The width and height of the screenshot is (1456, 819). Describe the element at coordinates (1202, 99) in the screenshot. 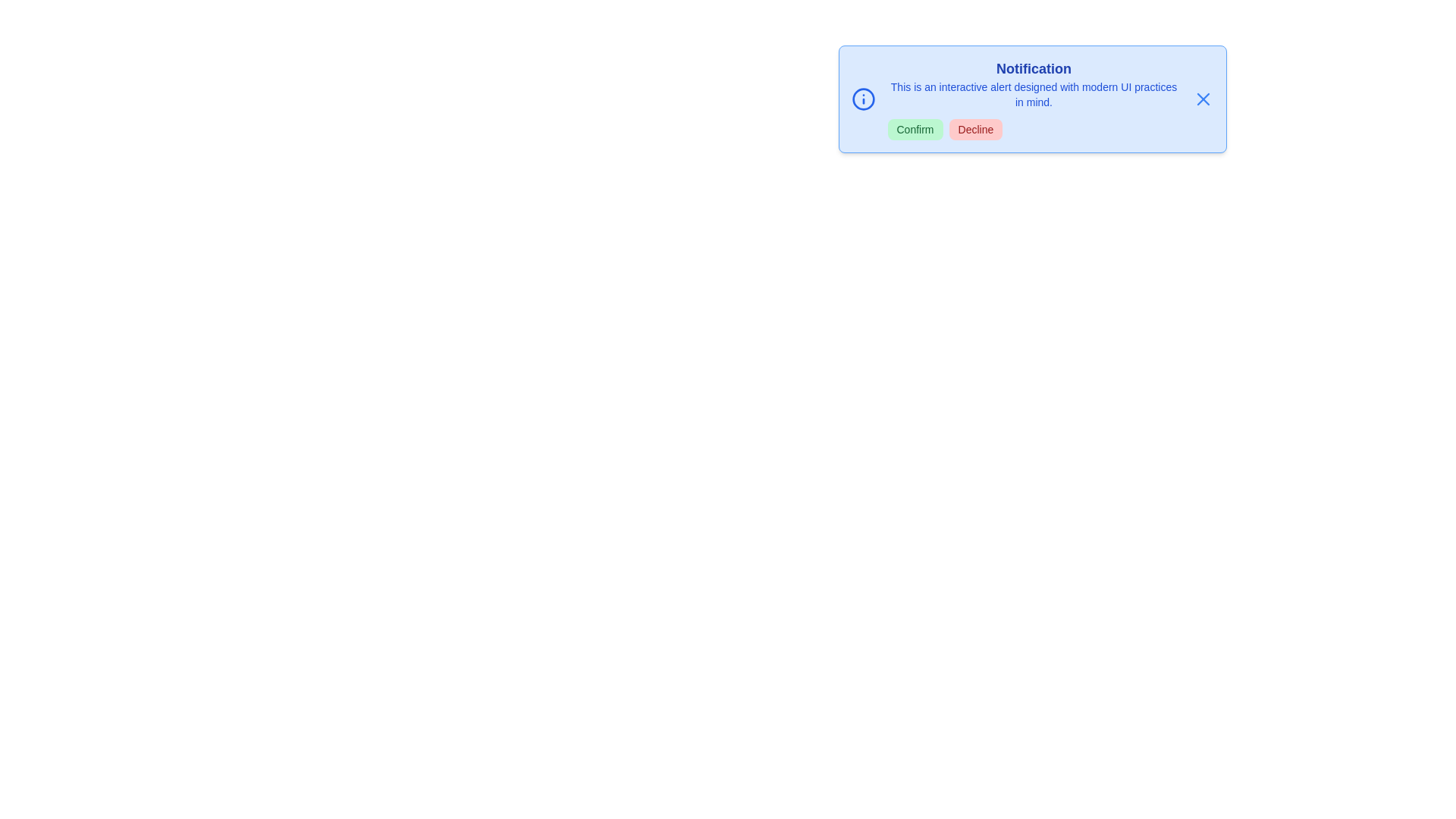

I see `the 'Close' button to dismiss the alert` at that location.